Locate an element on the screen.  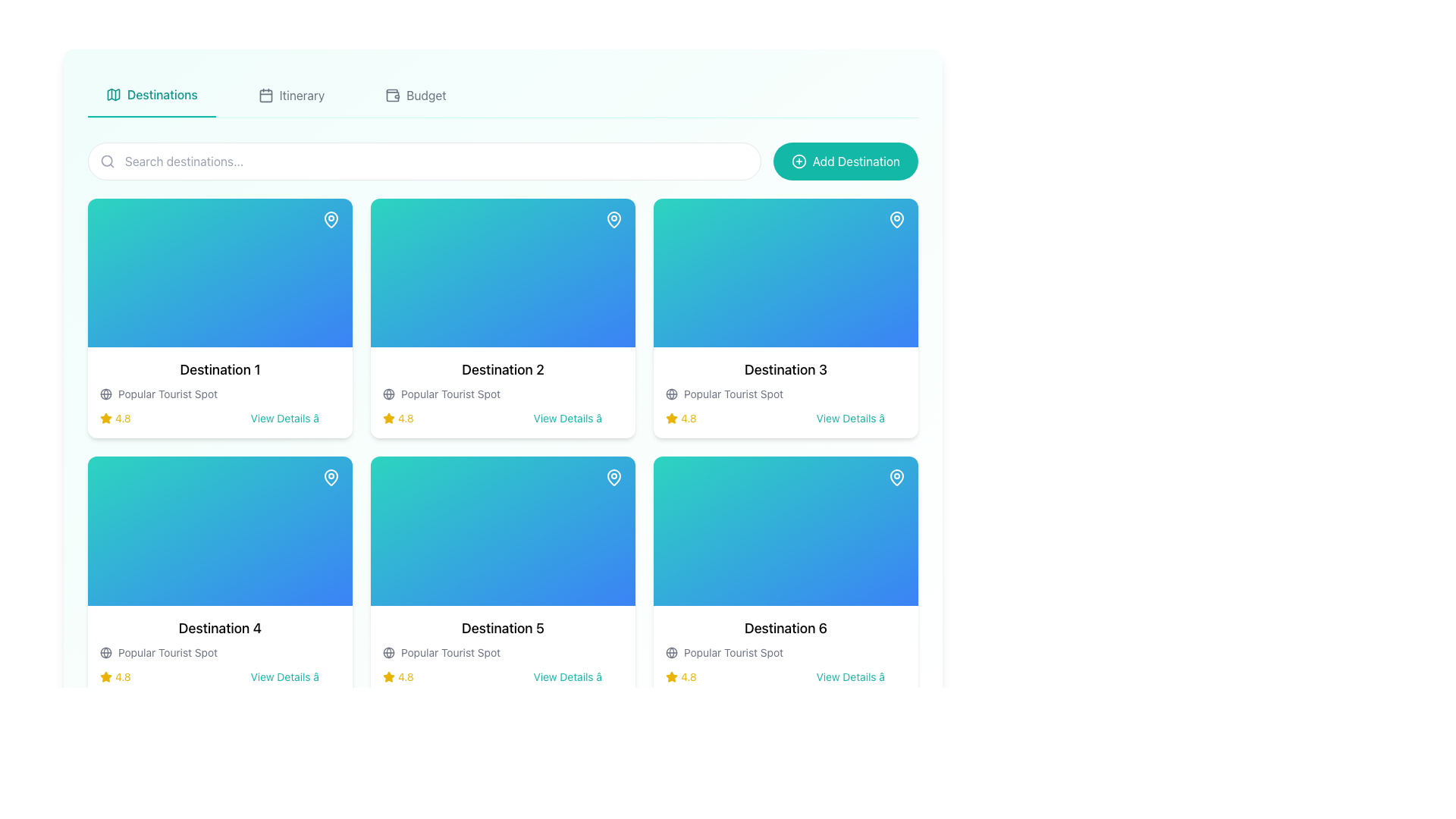
the image section of the card titled 'Destination 3', which is a rectangular component with a gradient background in the top-right corner of the grid layout is located at coordinates (786, 273).